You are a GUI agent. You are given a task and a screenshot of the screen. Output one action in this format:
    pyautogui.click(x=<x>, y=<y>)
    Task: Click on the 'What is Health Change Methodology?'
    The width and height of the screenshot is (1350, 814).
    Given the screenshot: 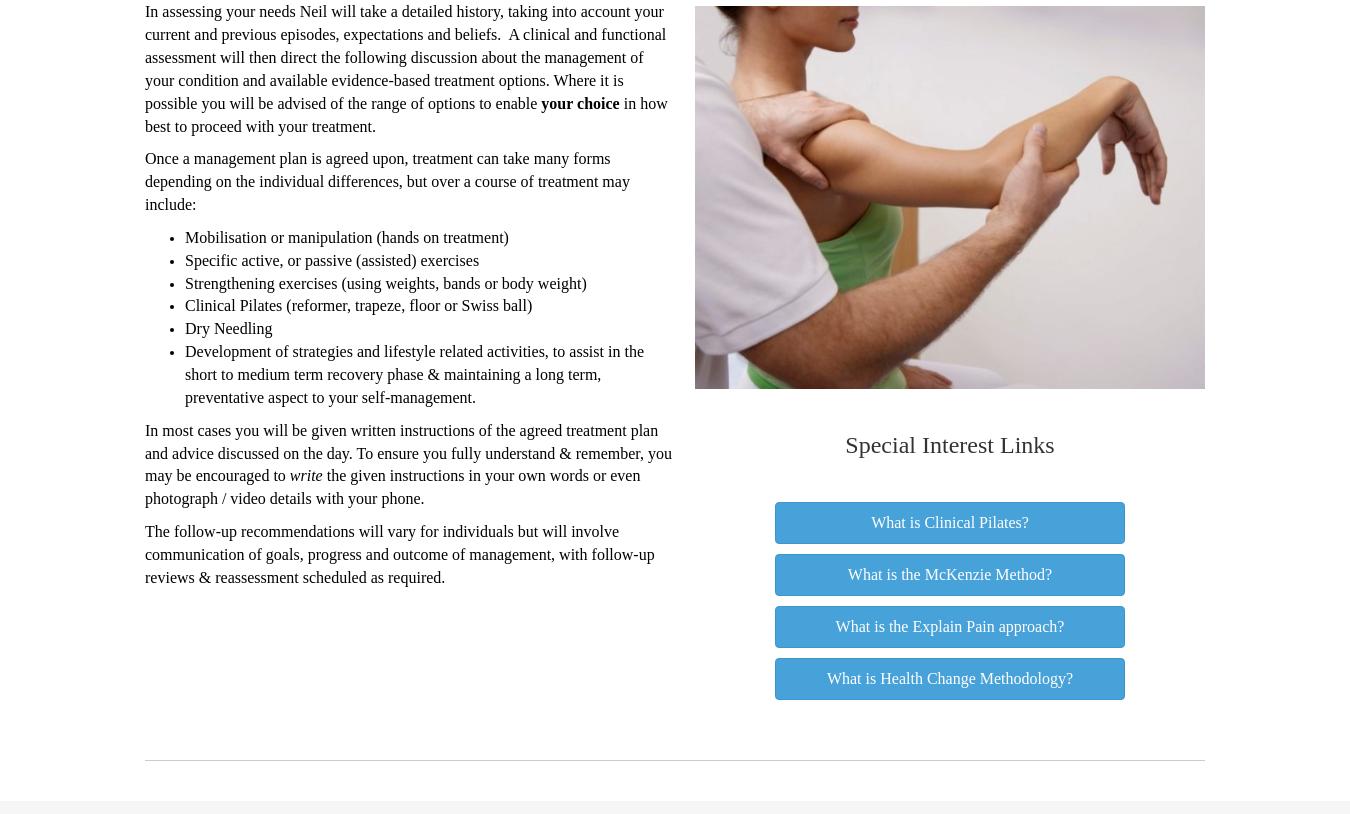 What is the action you would take?
    pyautogui.click(x=948, y=678)
    